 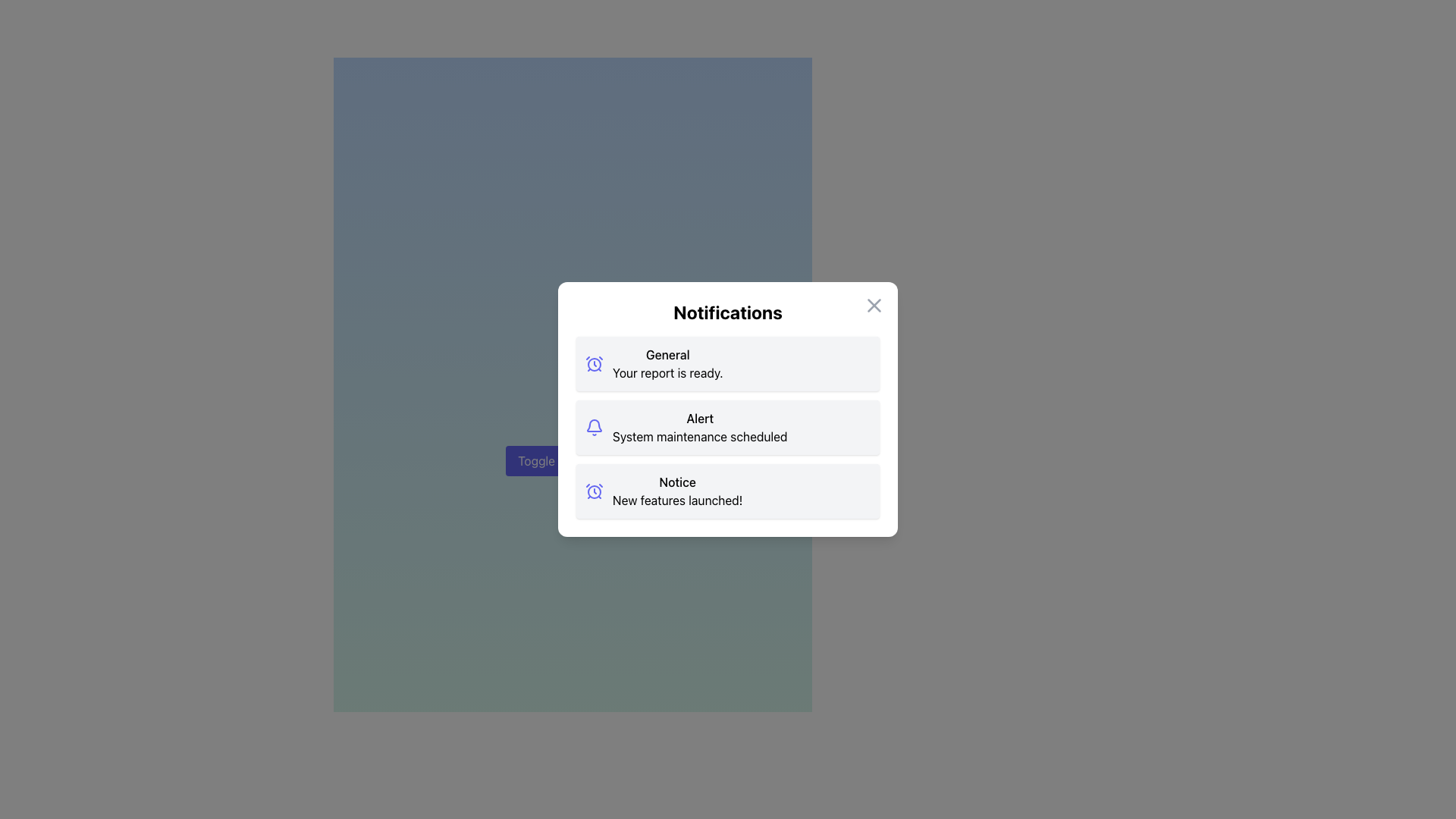 I want to click on text from the first notification message displayed in the 'Notifications' modal window, which is centrally aligned horizontally and positioned near the top, so click(x=667, y=363).